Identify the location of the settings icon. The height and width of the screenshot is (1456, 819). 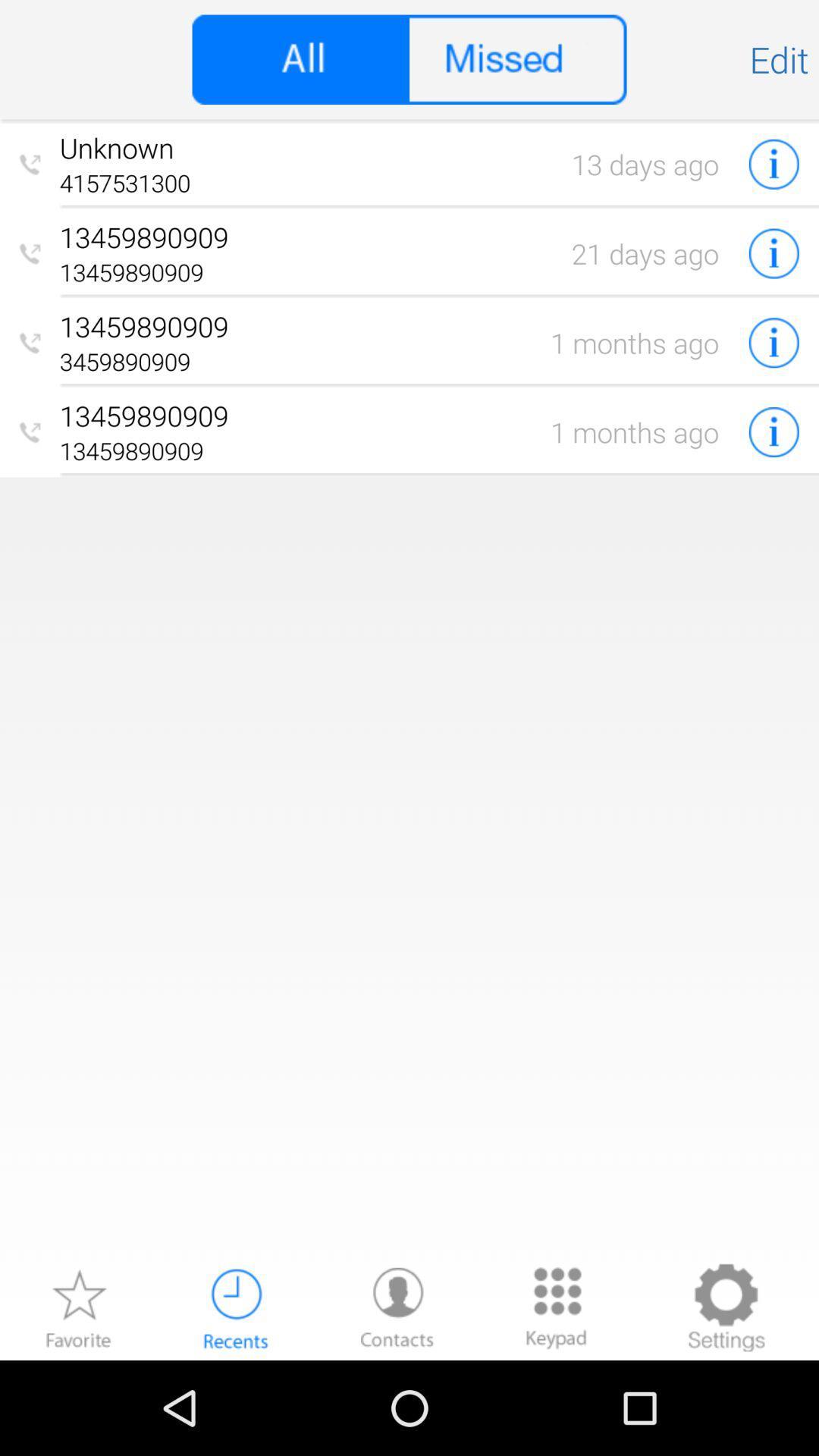
(725, 1398).